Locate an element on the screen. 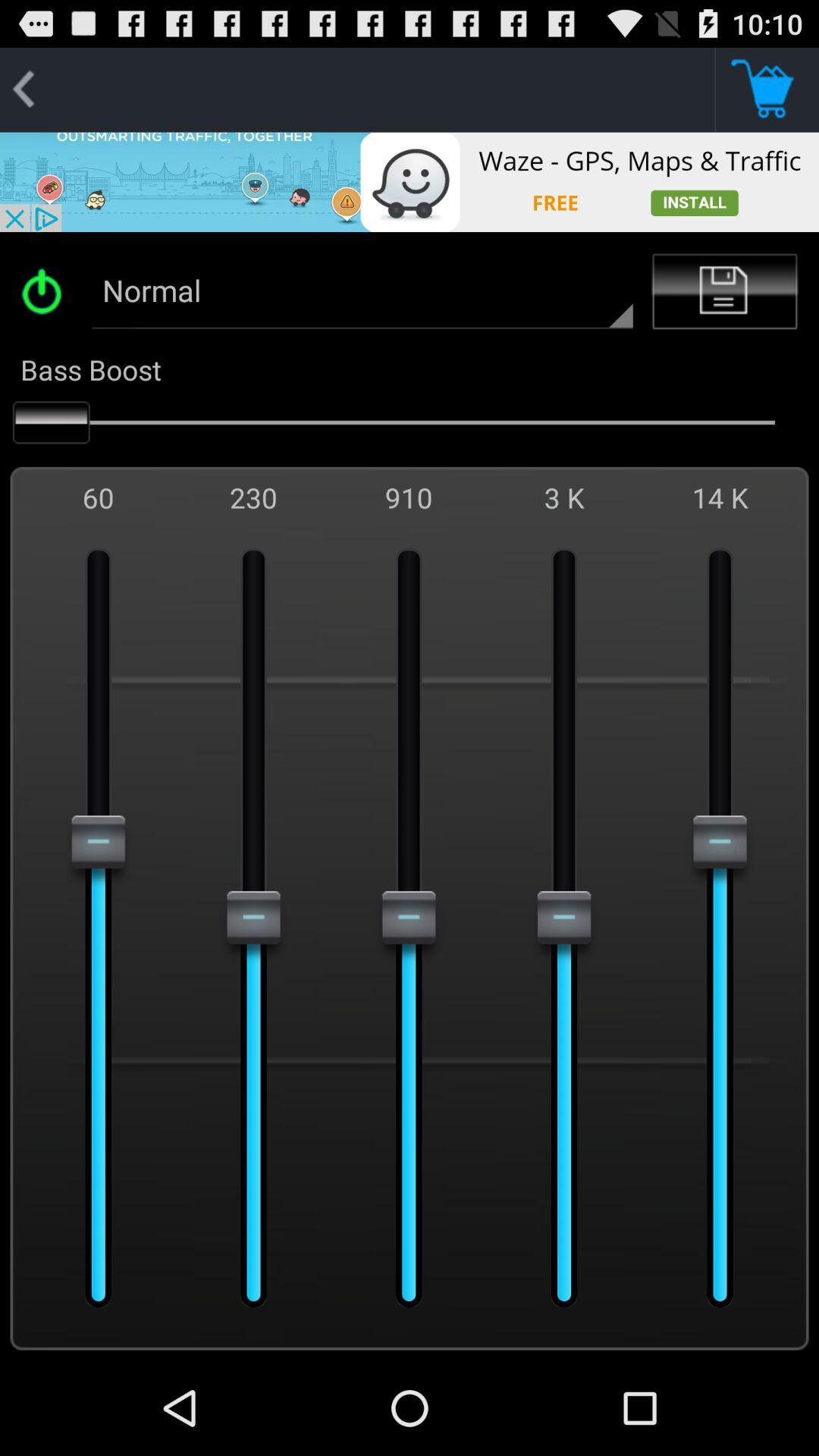 The height and width of the screenshot is (1456, 819). cart is located at coordinates (767, 89).